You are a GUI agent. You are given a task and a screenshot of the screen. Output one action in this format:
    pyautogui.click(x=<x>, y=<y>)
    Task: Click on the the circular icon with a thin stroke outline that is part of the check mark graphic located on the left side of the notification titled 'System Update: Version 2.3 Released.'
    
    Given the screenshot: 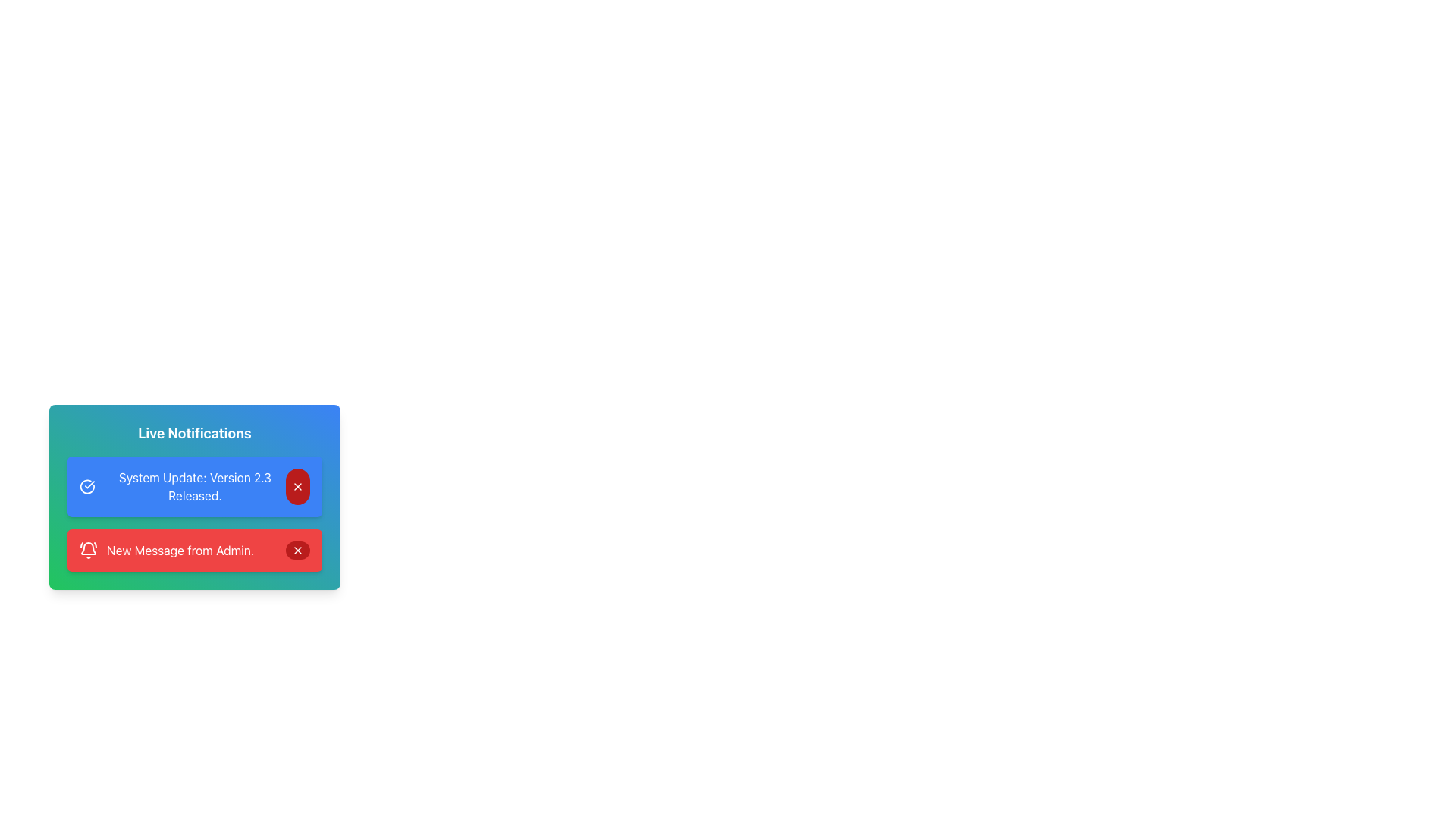 What is the action you would take?
    pyautogui.click(x=86, y=486)
    